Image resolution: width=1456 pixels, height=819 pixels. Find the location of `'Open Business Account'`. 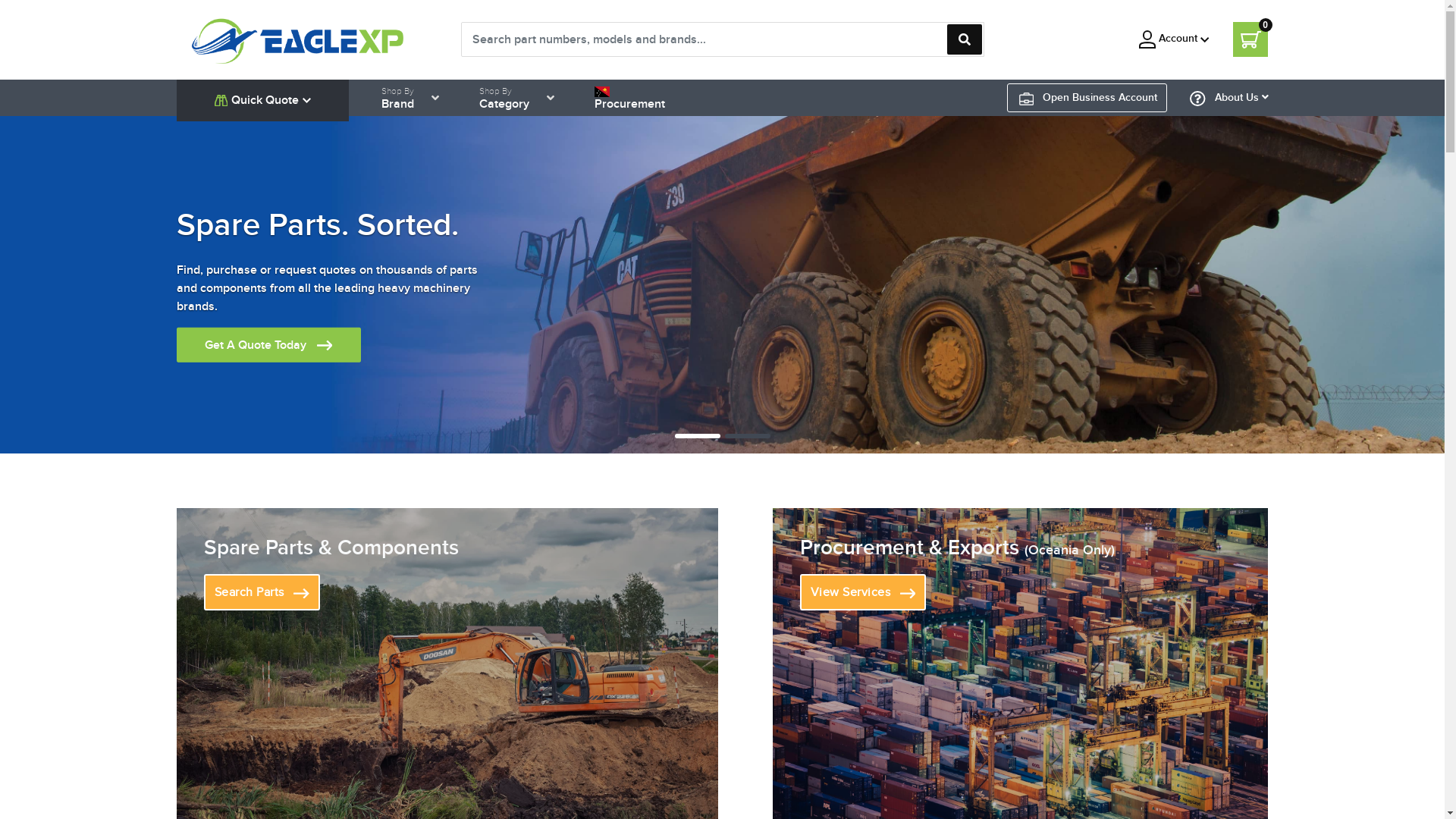

'Open Business Account' is located at coordinates (1087, 97).